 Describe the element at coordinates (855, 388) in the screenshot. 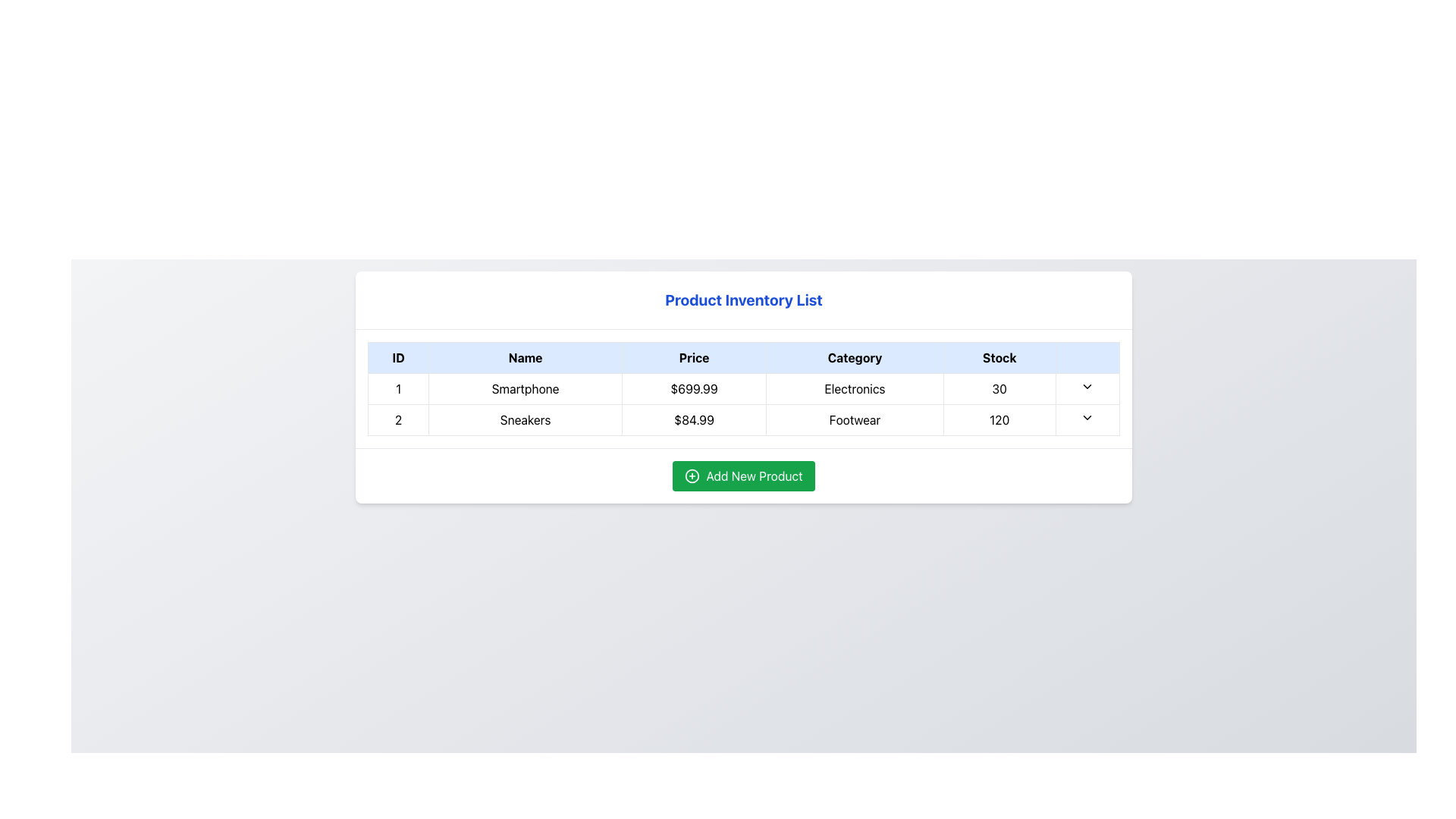

I see `the text element located in the fourth cell of the first row of the product inventory table` at that location.